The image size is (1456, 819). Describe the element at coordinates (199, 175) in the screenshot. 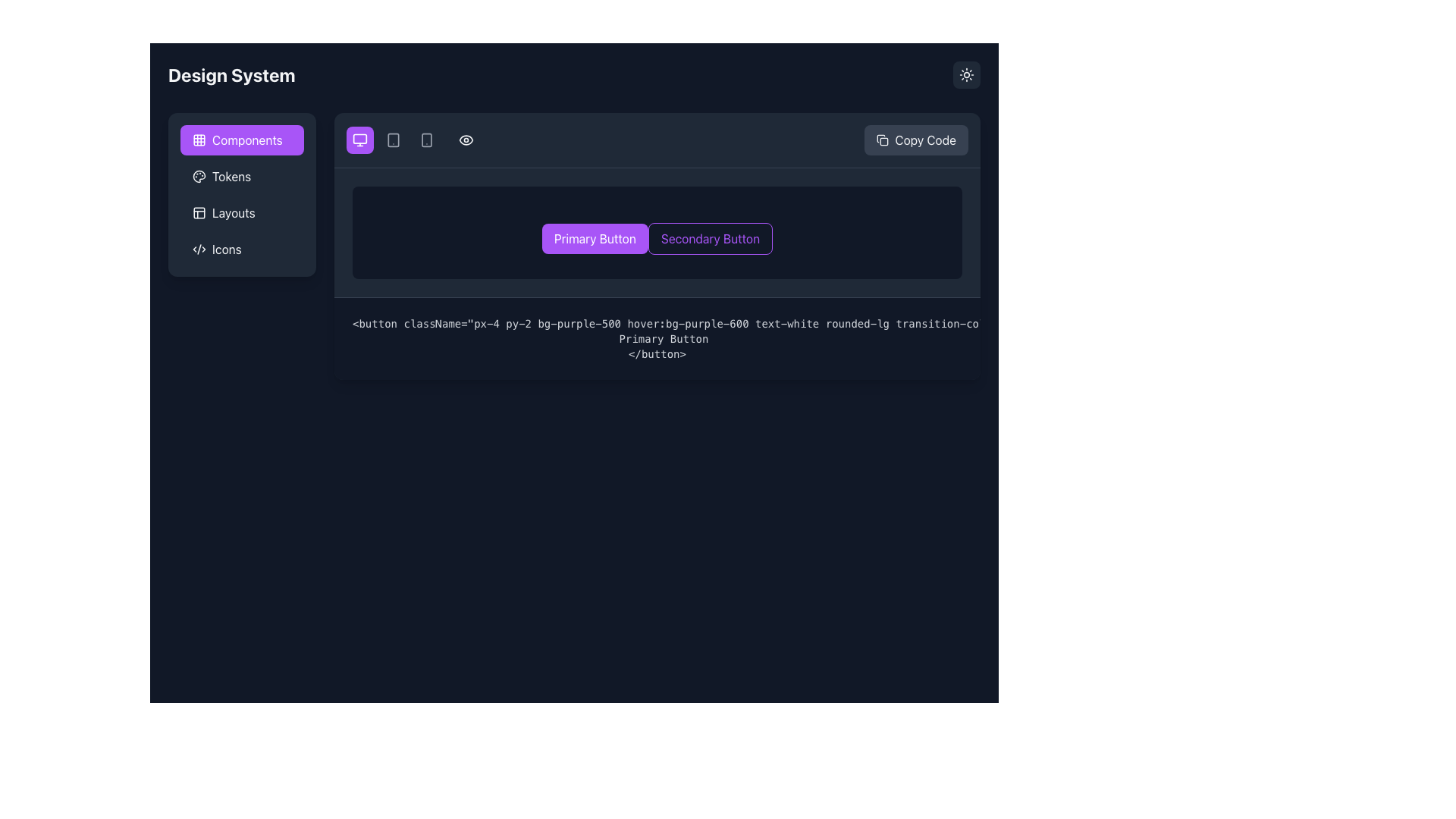

I see `the 'tokens' icon located in the left-side navigation panel, which is positioned next to the text 'tokens' in the menu group` at that location.